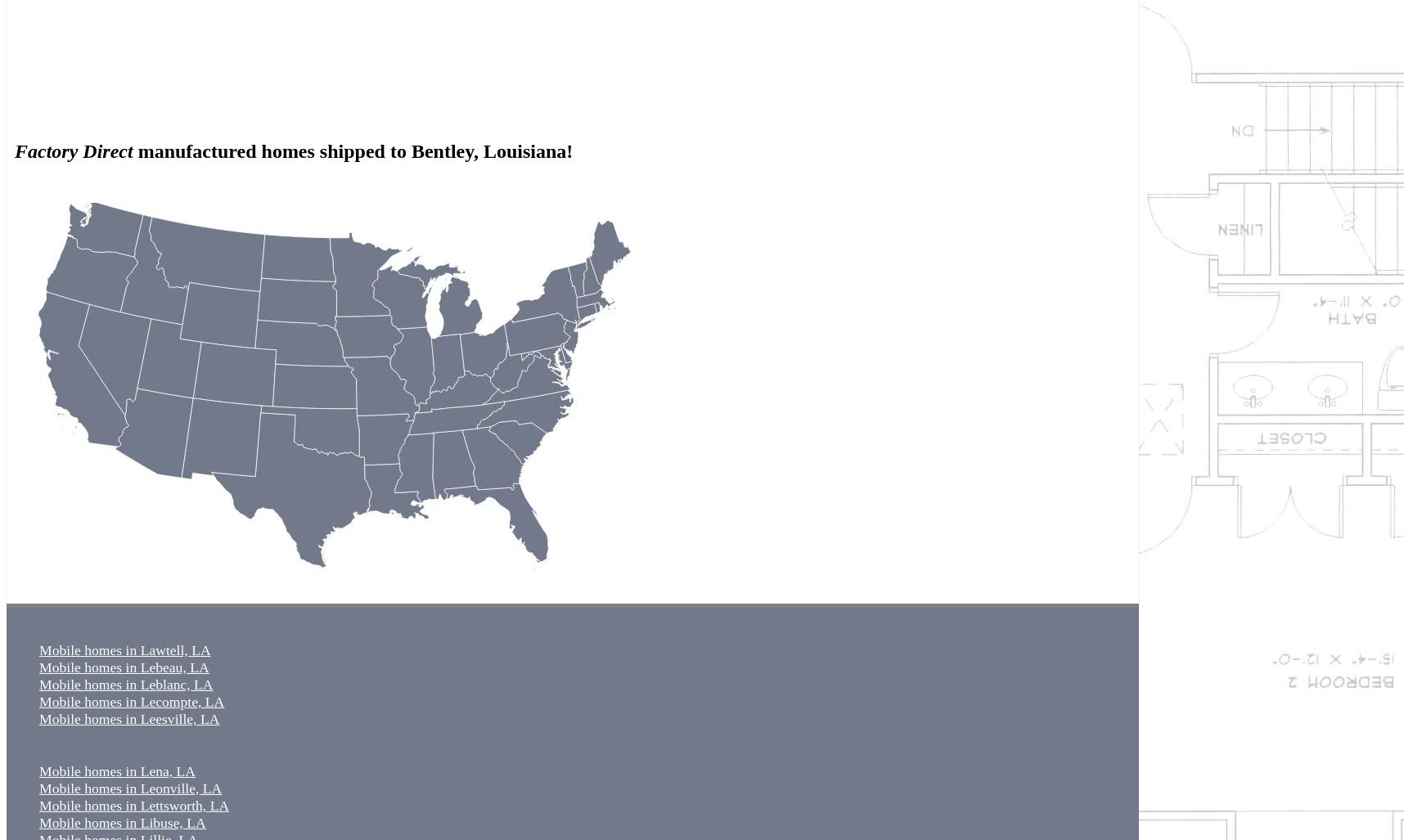  Describe the element at coordinates (131, 700) in the screenshot. I see `'Mobile homes in Lecompte, LA'` at that location.